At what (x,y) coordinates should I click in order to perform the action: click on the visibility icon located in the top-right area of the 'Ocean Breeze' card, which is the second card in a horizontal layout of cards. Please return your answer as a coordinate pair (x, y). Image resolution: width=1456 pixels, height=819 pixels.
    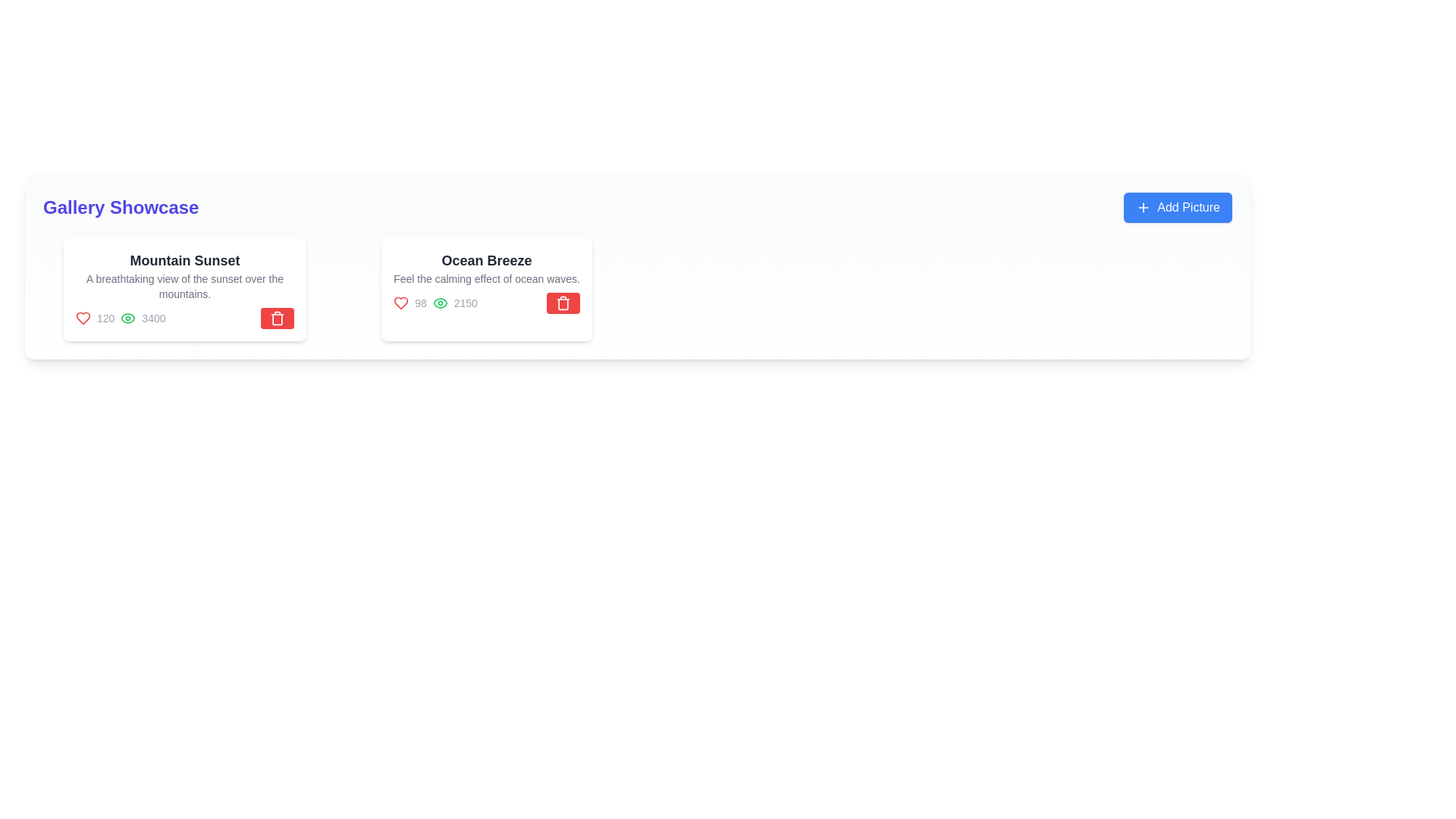
    Looking at the image, I should click on (439, 303).